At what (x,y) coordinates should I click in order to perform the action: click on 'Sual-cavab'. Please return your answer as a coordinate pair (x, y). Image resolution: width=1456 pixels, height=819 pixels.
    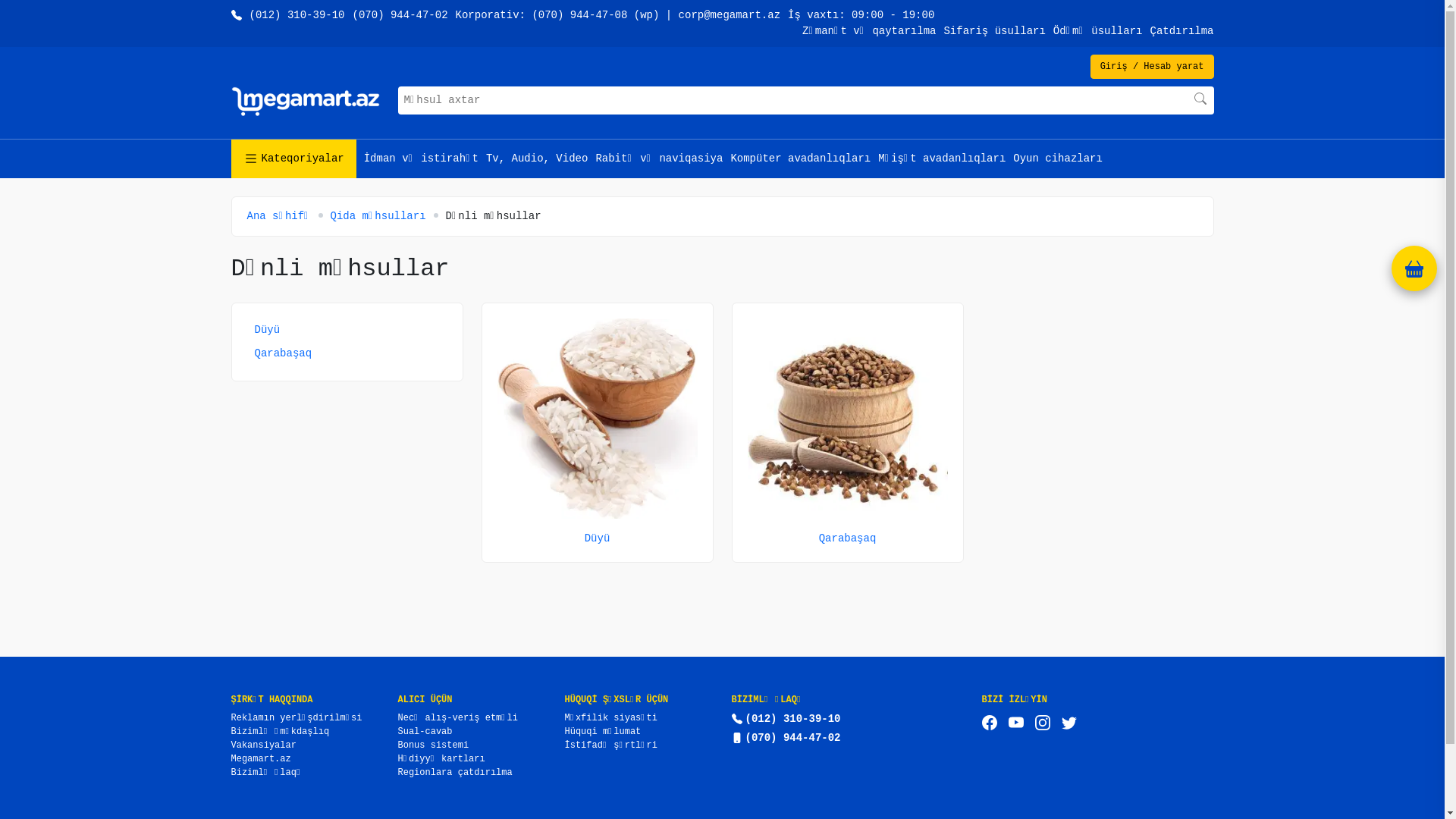
    Looking at the image, I should click on (425, 730).